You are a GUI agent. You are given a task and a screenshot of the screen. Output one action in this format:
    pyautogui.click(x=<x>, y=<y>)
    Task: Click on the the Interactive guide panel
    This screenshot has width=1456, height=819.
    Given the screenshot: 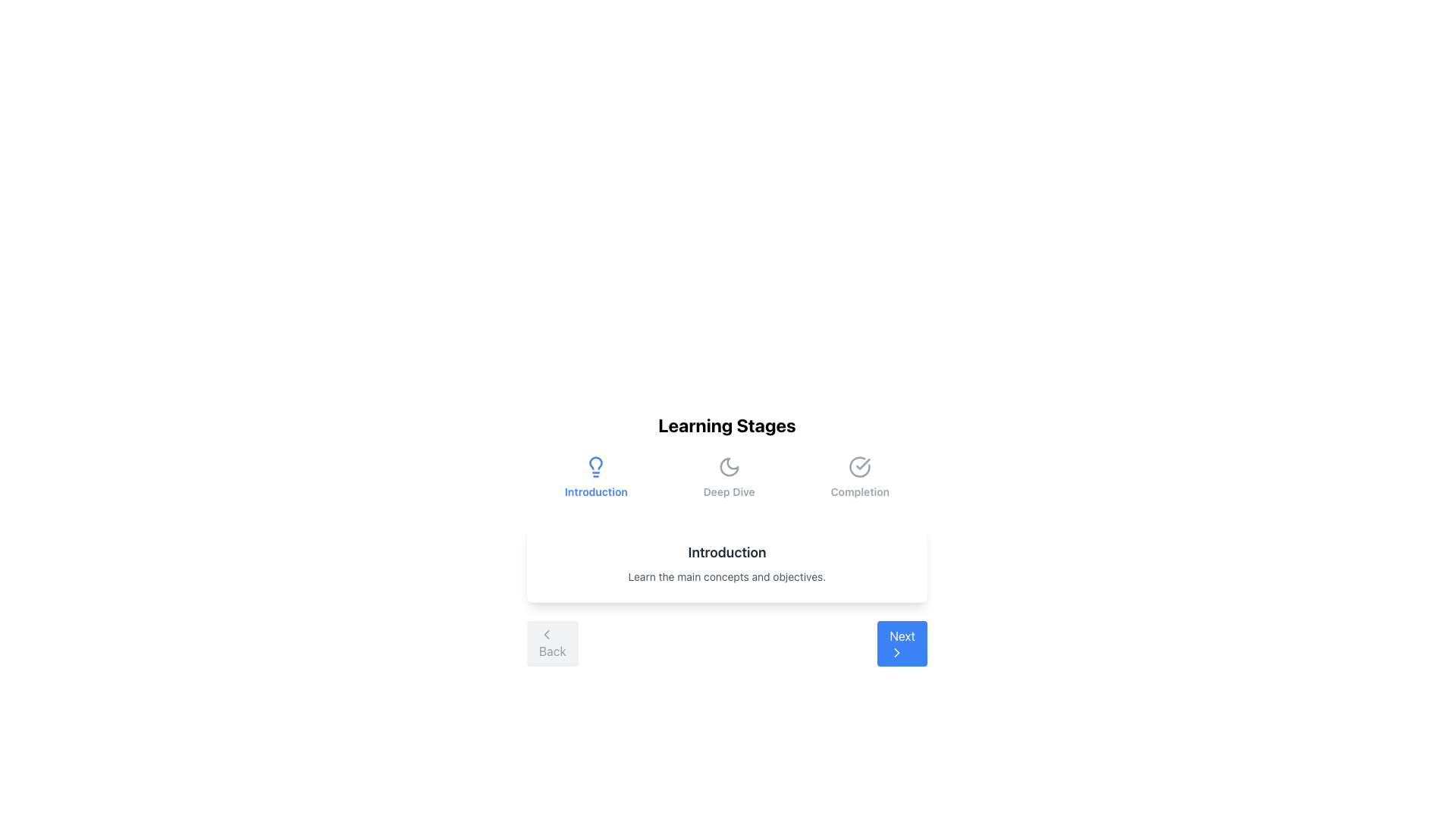 What is the action you would take?
    pyautogui.click(x=726, y=539)
    